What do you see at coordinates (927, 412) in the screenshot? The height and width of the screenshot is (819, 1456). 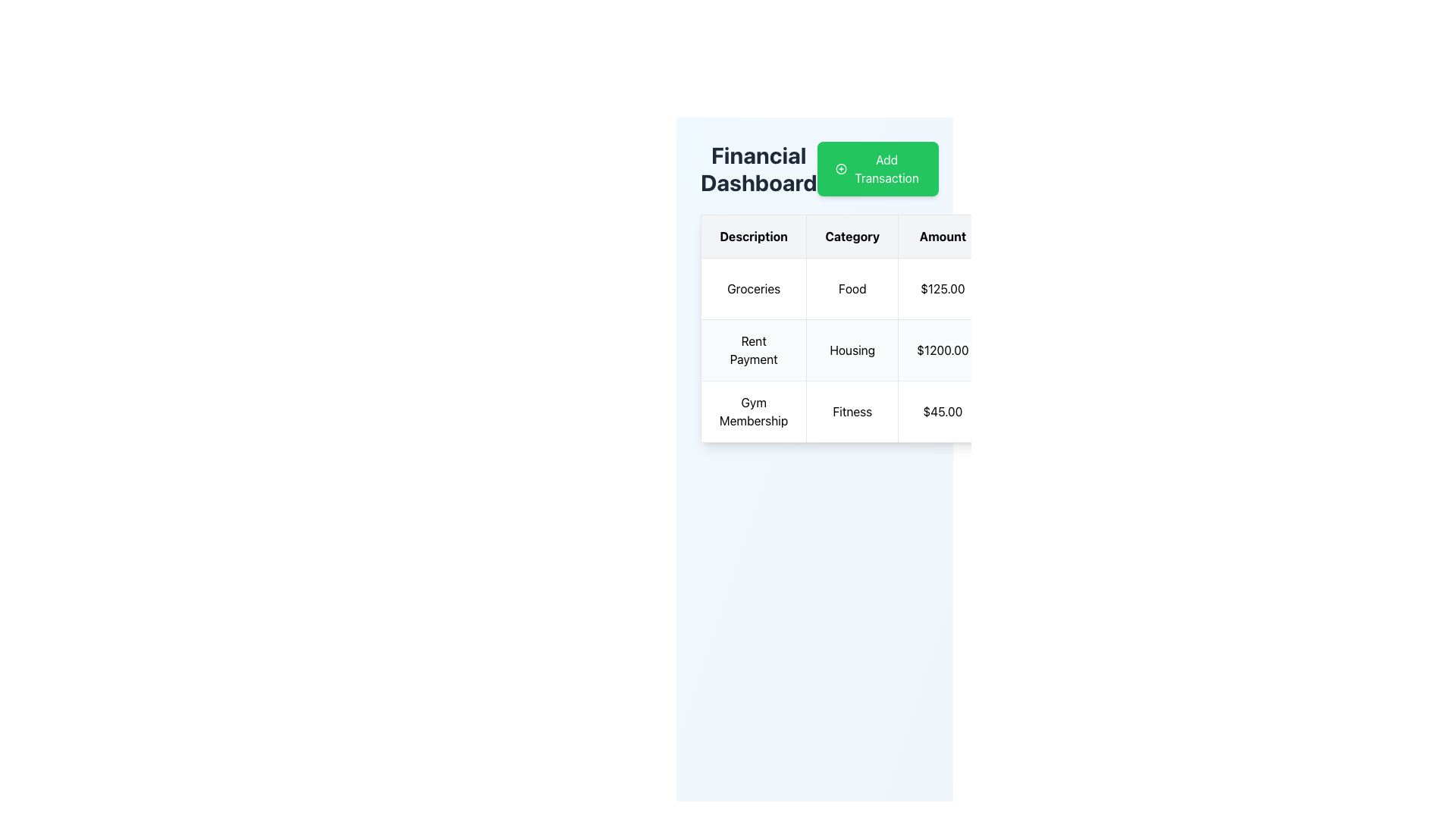 I see `the third row in the table that contains the gym membership transaction details, including 'Gym Membership', 'Fitness', and '$45.00'` at bounding box center [927, 412].